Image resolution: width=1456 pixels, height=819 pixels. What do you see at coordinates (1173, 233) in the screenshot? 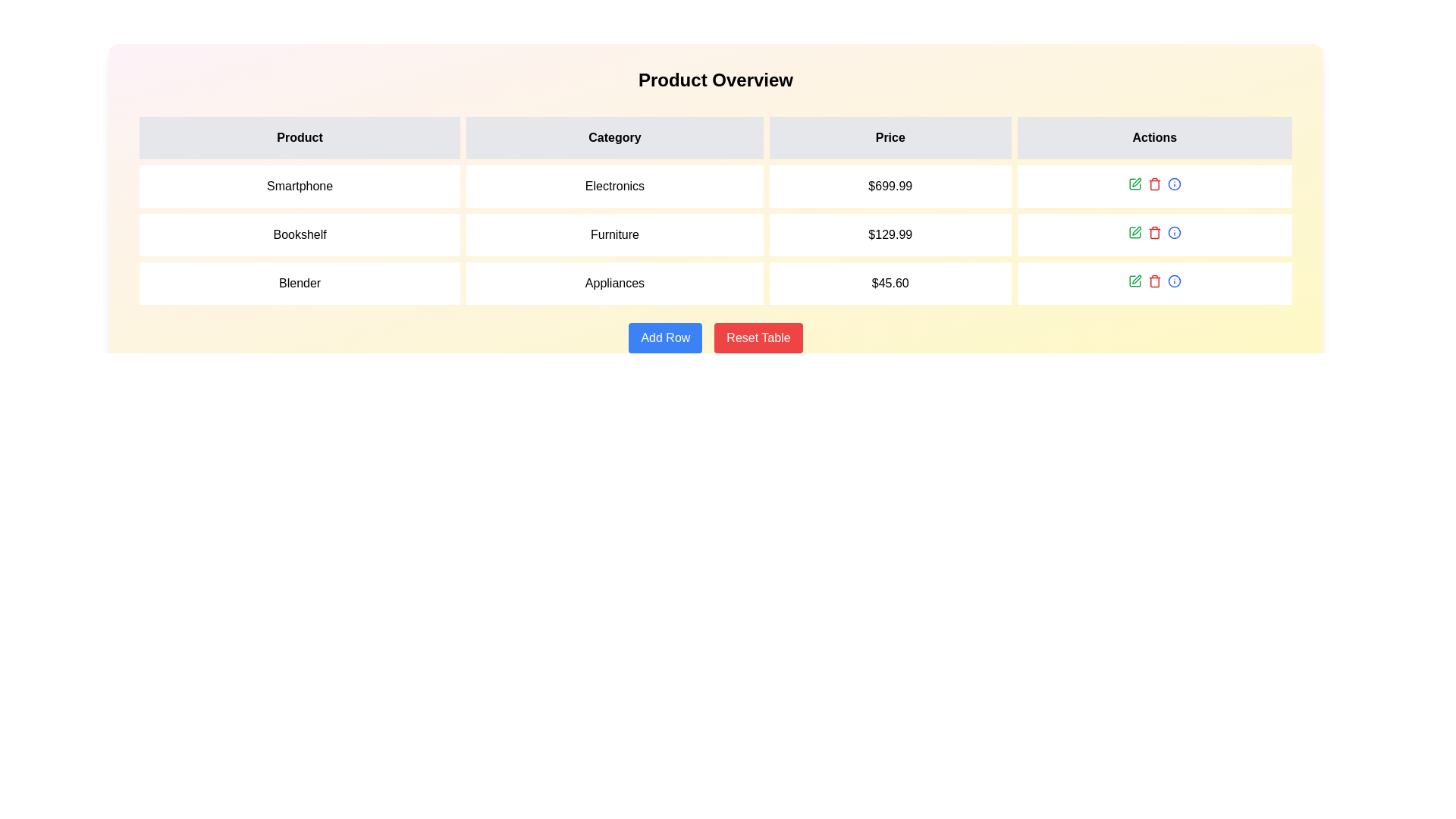
I see `the circular blue icon button resembling an information symbol in the 'Actions' column of the third row from the top in the 'Blender' row` at bounding box center [1173, 233].